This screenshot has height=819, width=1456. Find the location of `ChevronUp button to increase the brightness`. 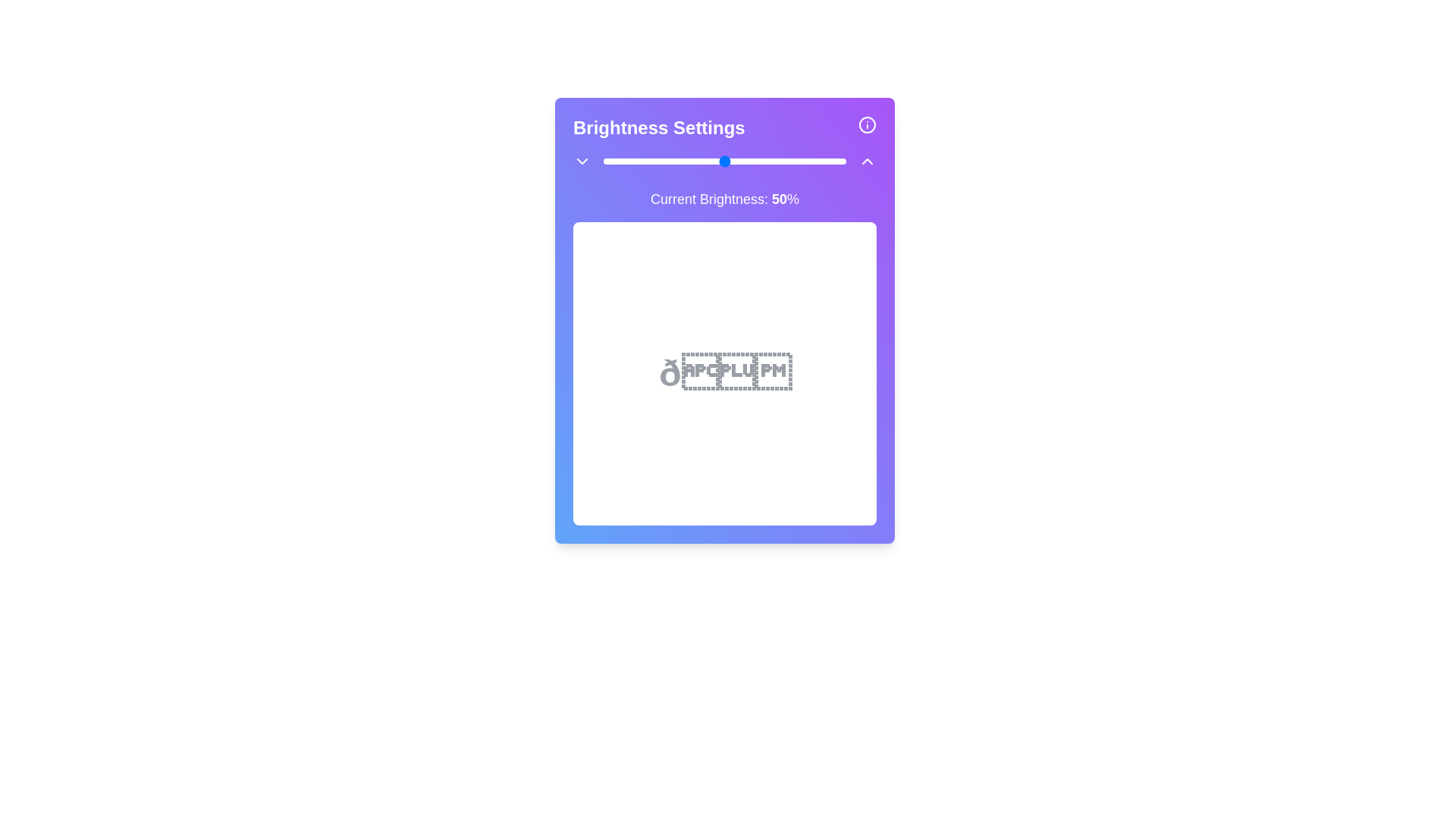

ChevronUp button to increase the brightness is located at coordinates (867, 161).